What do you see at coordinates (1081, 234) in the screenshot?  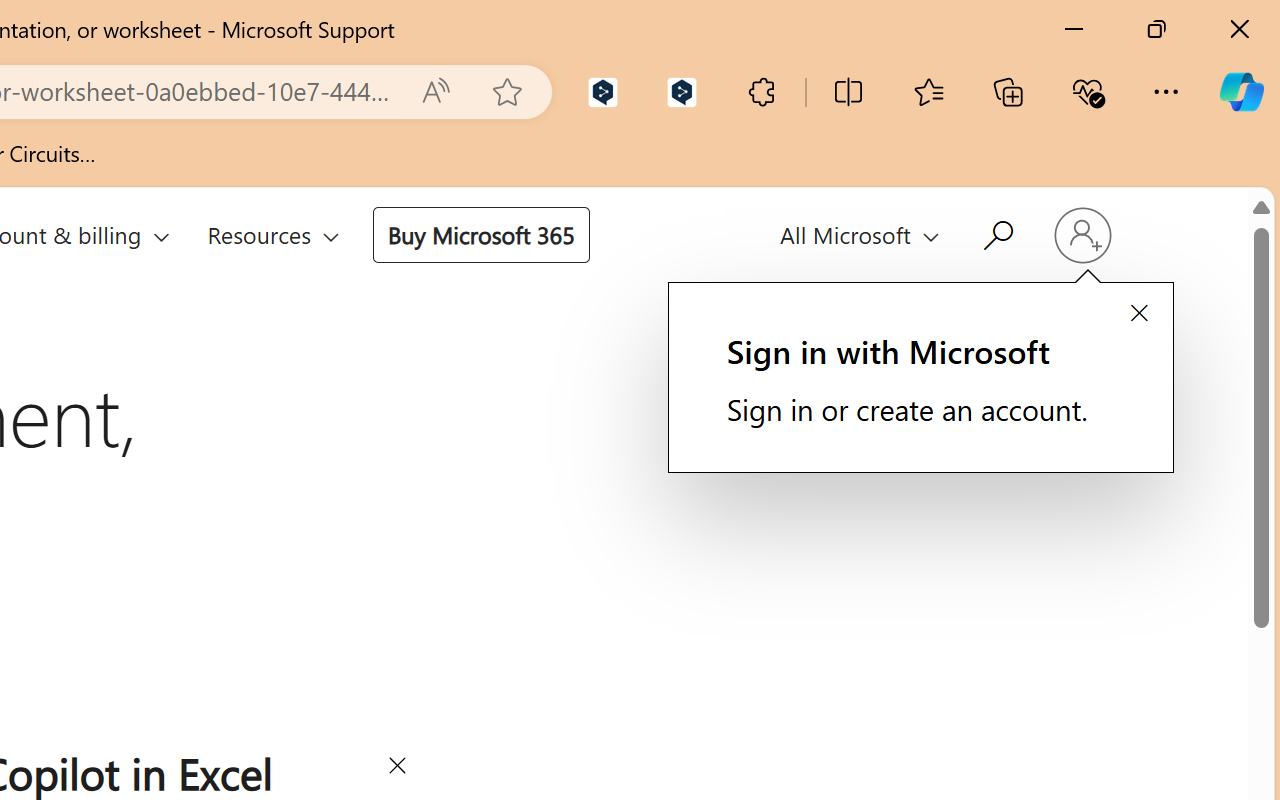 I see `'Sign in to your account'` at bounding box center [1081, 234].